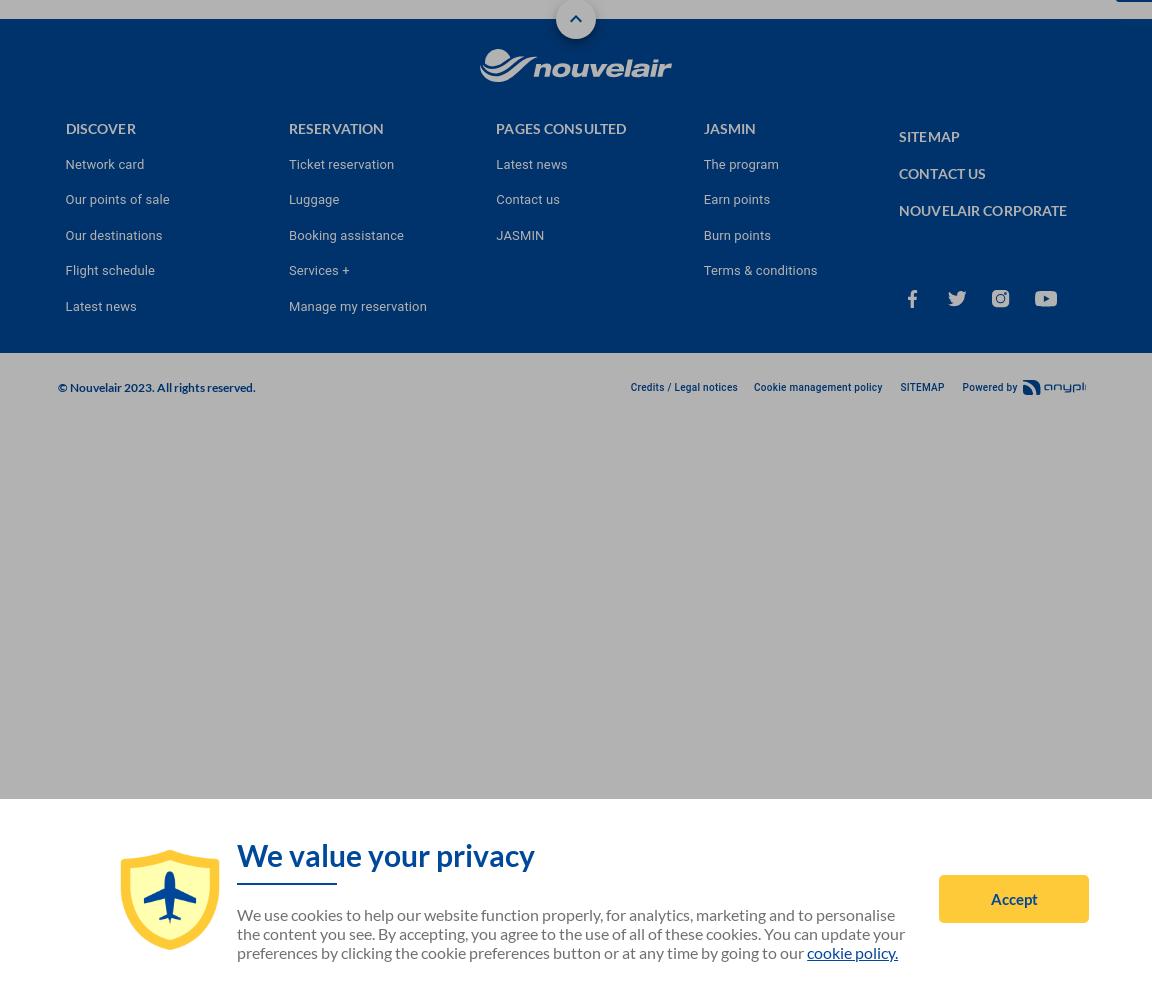 This screenshot has width=1152, height=1000. Describe the element at coordinates (898, 135) in the screenshot. I see `'Sitemap'` at that location.